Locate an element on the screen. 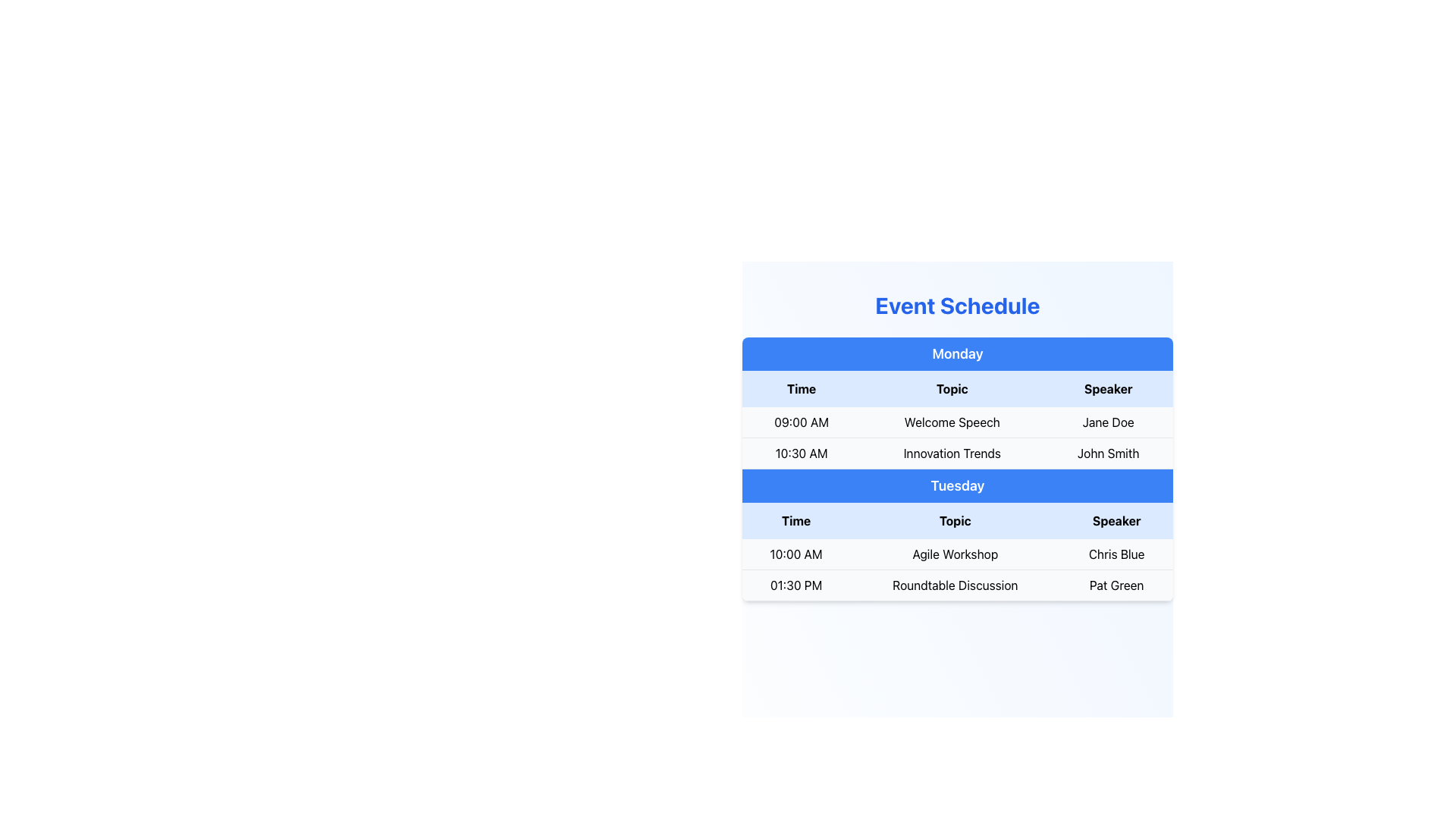 This screenshot has height=819, width=1456. the second table in the 'Tuesday' section, which displays event information with headers 'Time', 'Topic', and 'Speaker' is located at coordinates (956, 552).